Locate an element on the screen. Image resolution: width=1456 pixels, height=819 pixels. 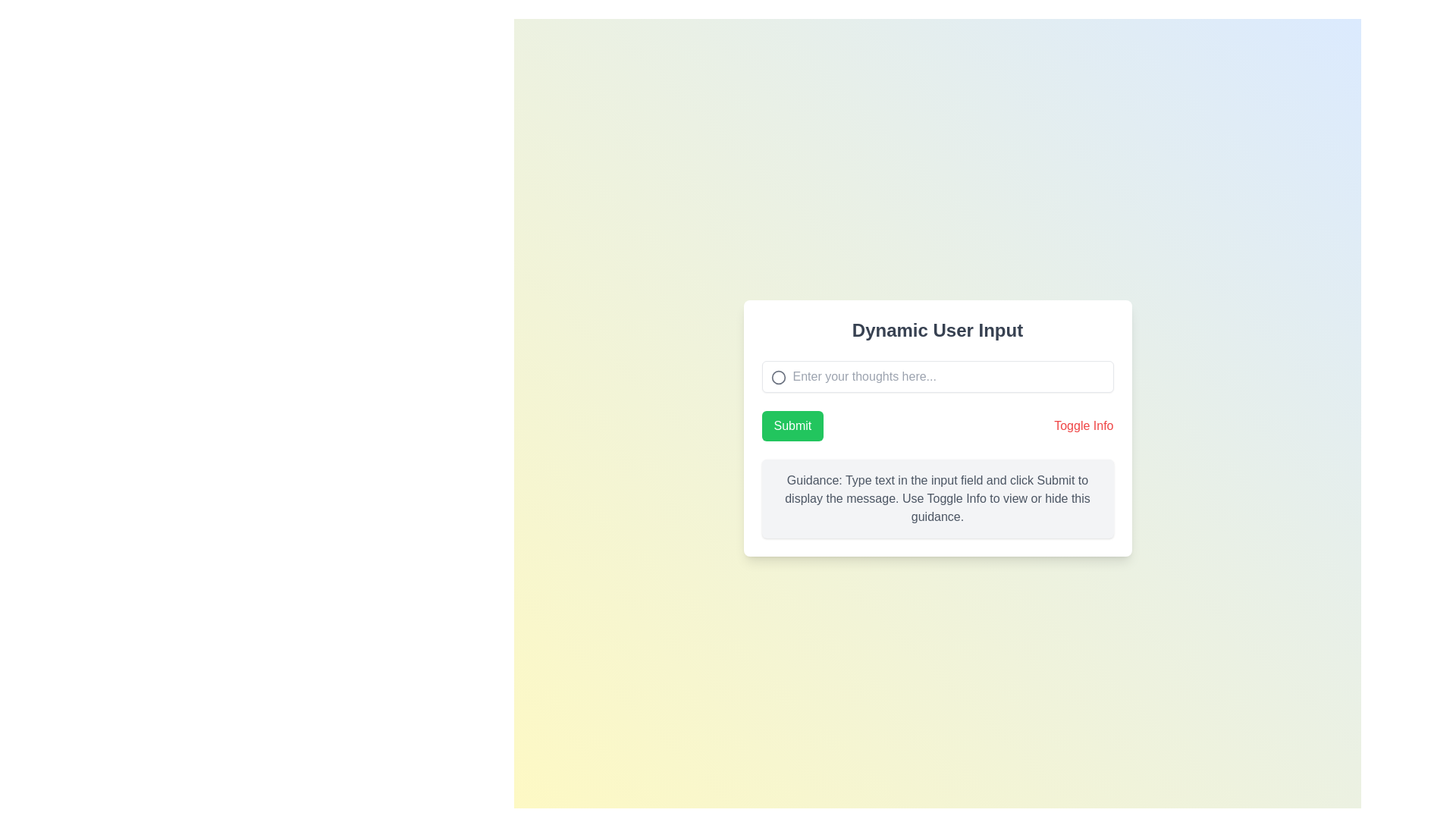
the circular gray outlined icon with a white interior located at the top-left corner of the text input area labeled 'Enter your thoughts here...' is located at coordinates (778, 376).